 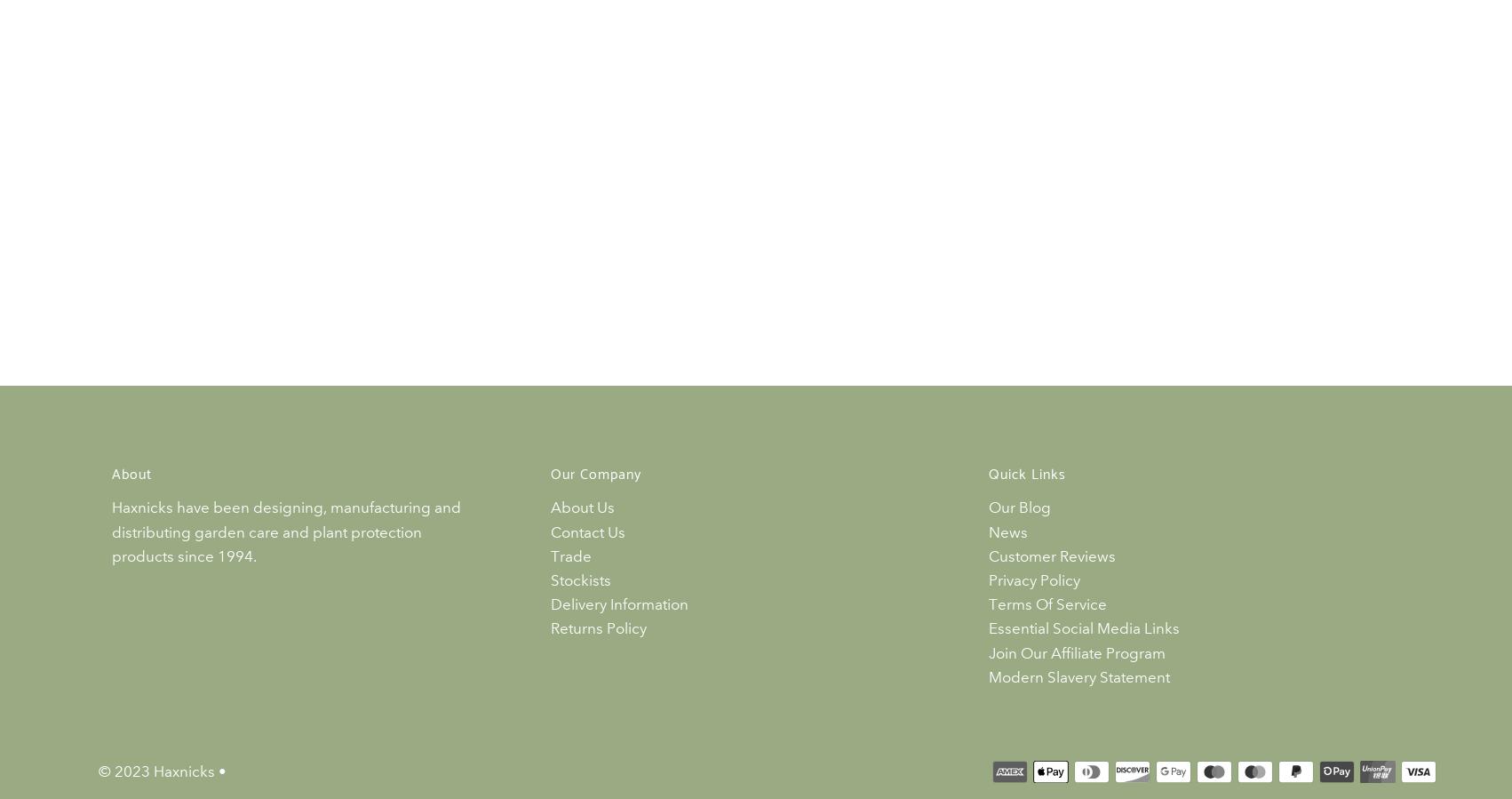 What do you see at coordinates (1019, 507) in the screenshot?
I see `'Our Blog'` at bounding box center [1019, 507].